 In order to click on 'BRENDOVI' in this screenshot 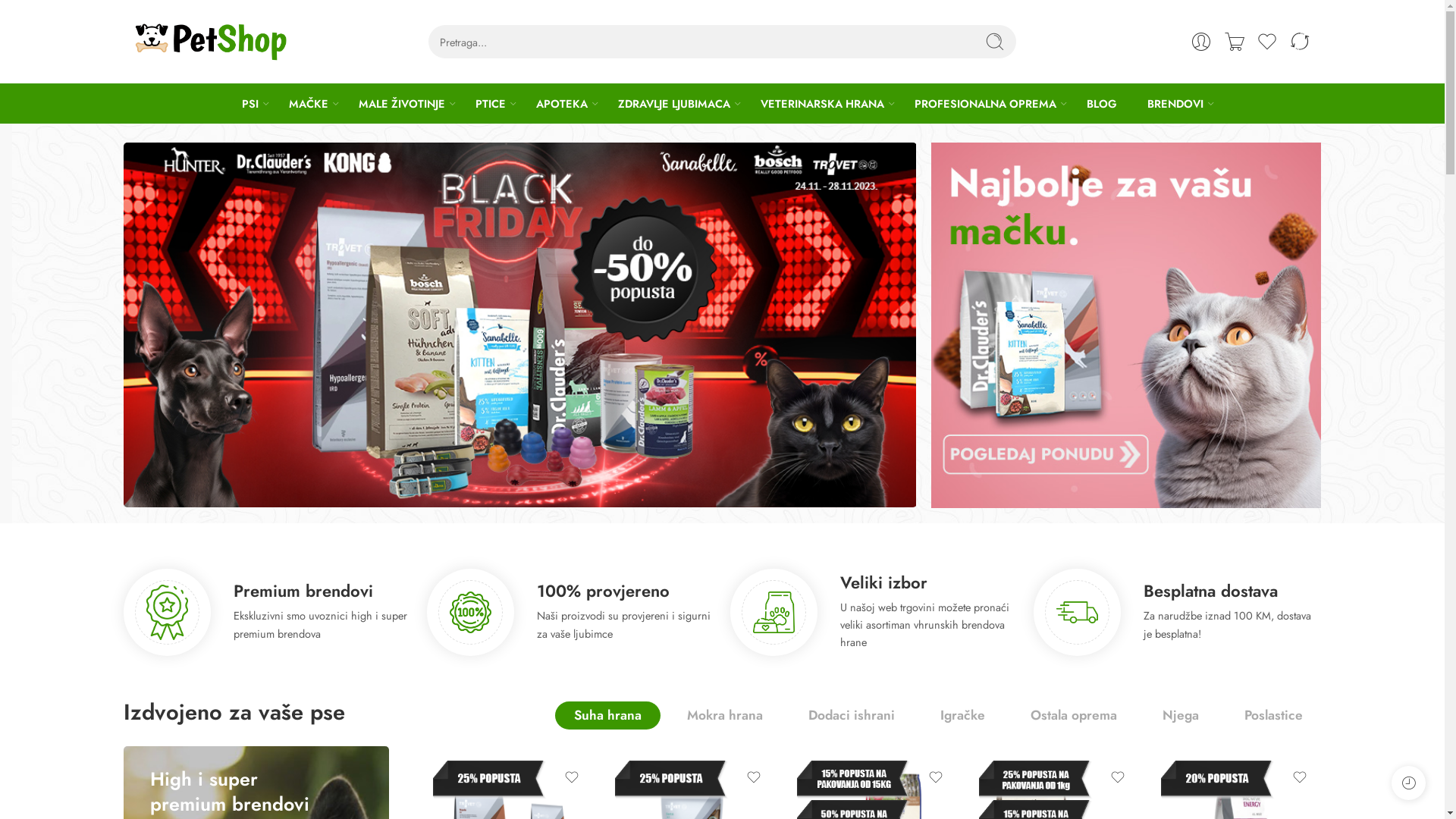, I will do `click(1174, 102)`.